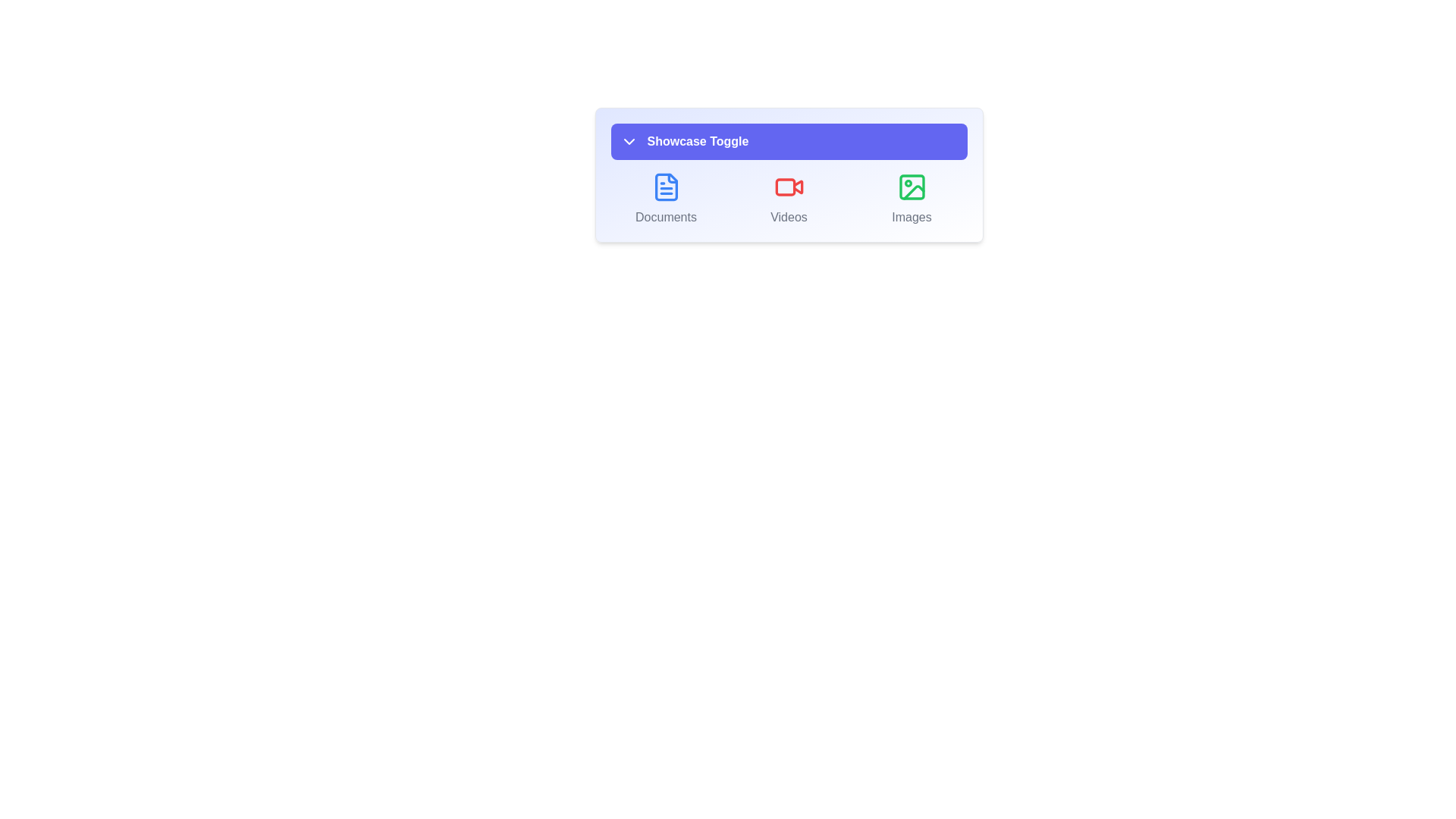 Image resolution: width=1456 pixels, height=819 pixels. I want to click on the Videos icon located centrally between the blue document icon and the green image icon, below the Showcase Toggle header, so click(789, 186).